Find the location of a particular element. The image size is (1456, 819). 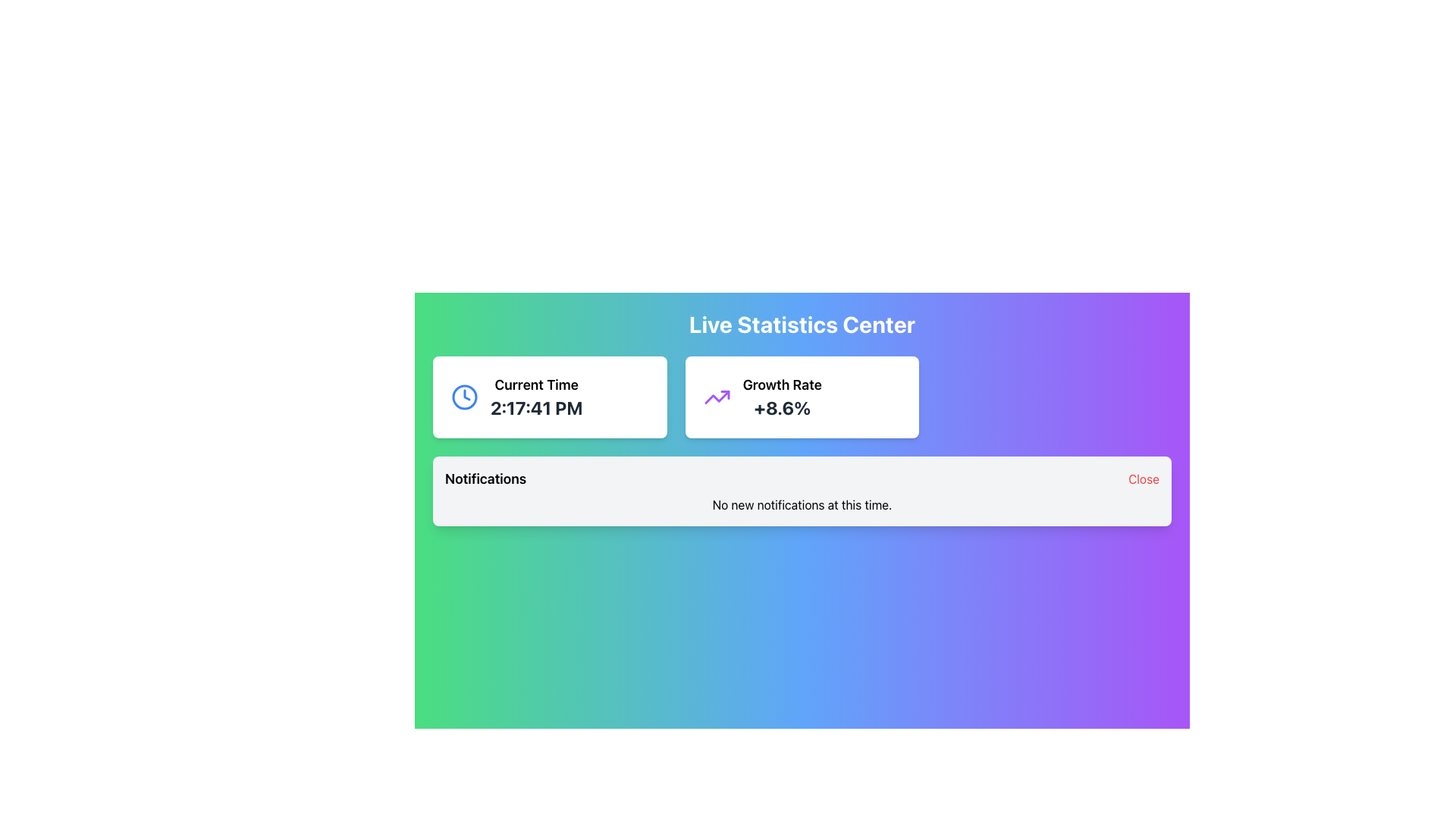

the graphical zig-zag trend line icon with a purple stroke in the growth statistics section is located at coordinates (716, 397).